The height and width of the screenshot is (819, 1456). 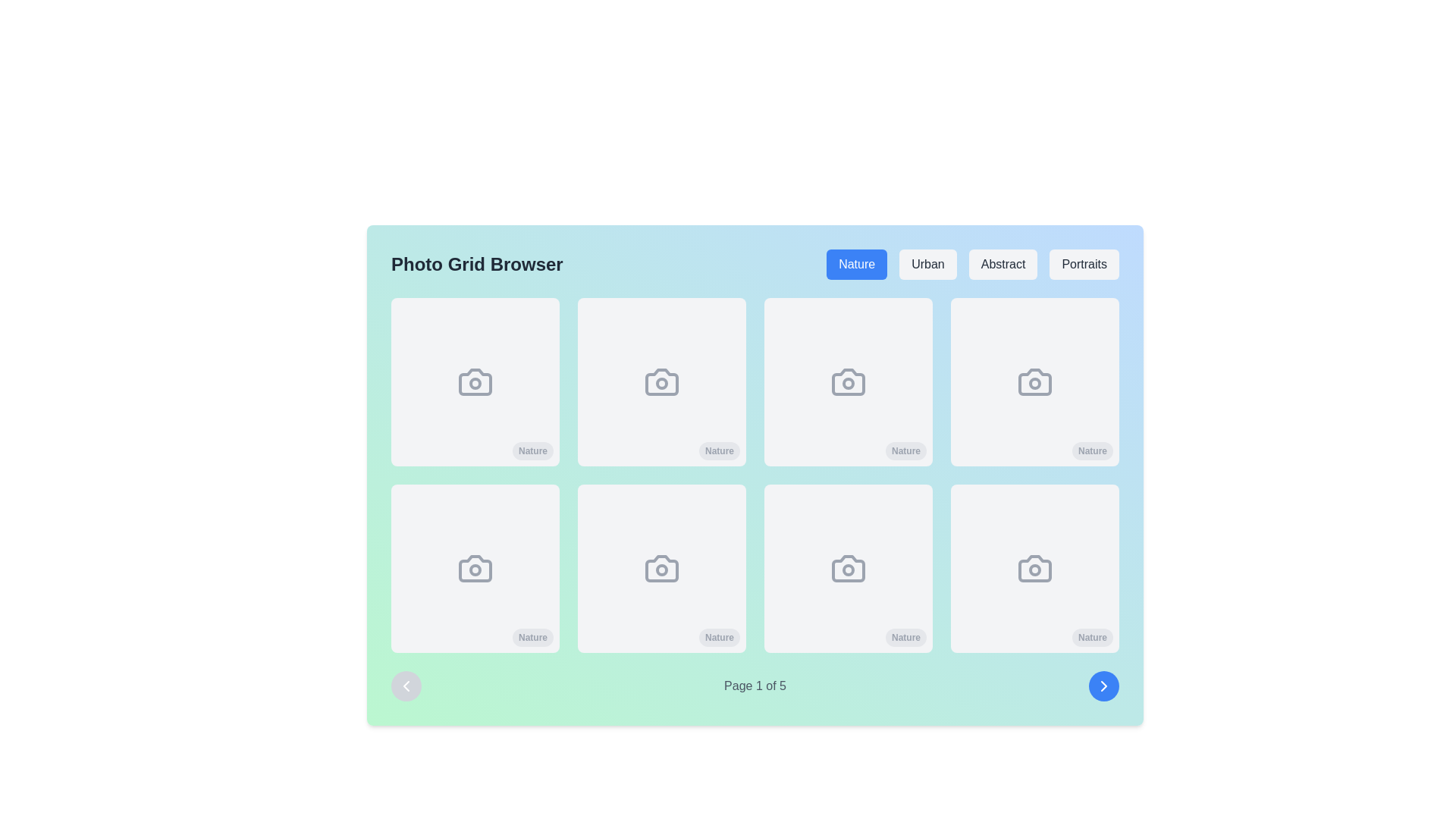 I want to click on the 'Nature' card in the photo grid interface, so click(x=475, y=568).